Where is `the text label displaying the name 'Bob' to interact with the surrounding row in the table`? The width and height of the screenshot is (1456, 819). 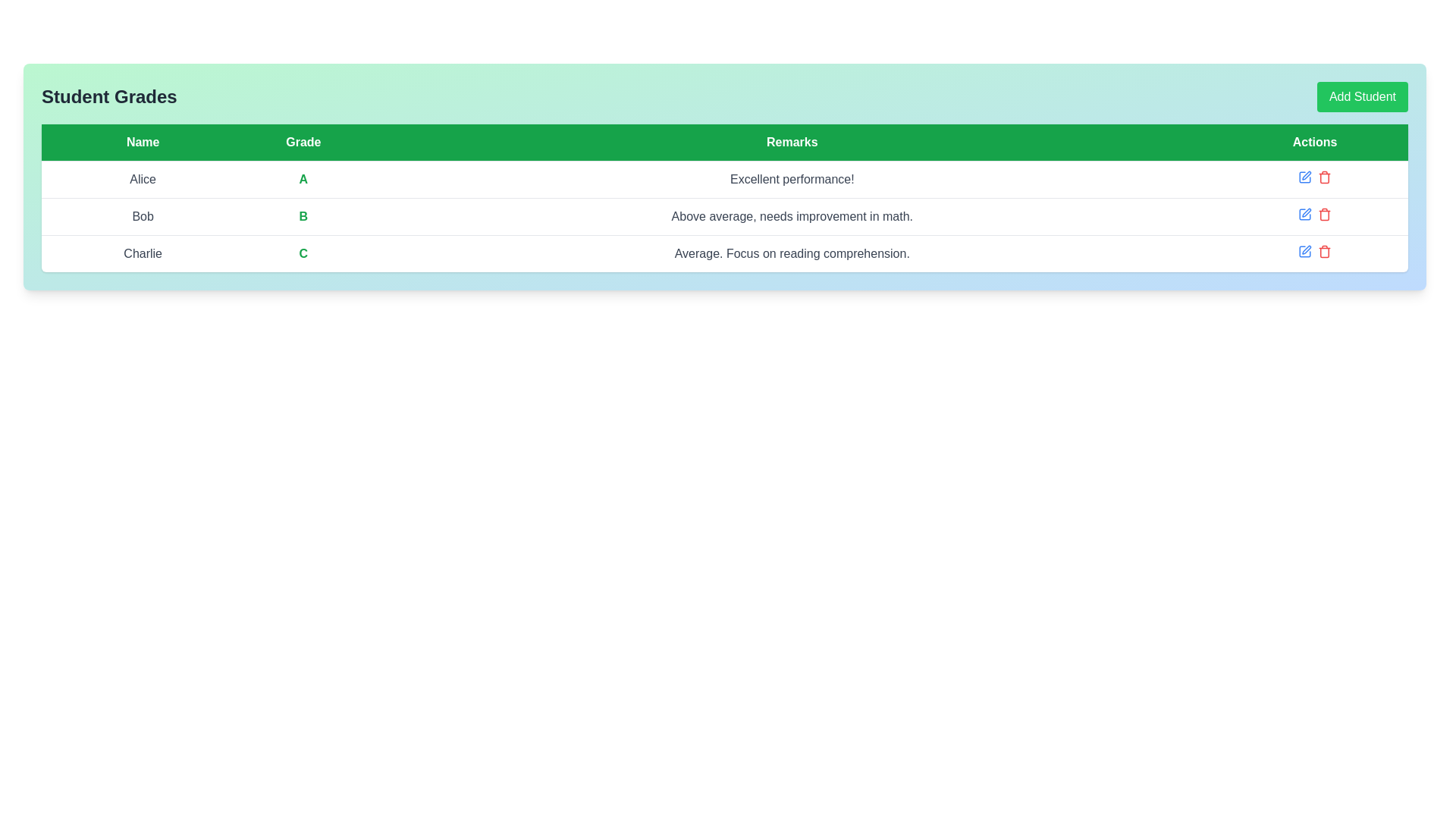
the text label displaying the name 'Bob' to interact with the surrounding row in the table is located at coordinates (143, 216).